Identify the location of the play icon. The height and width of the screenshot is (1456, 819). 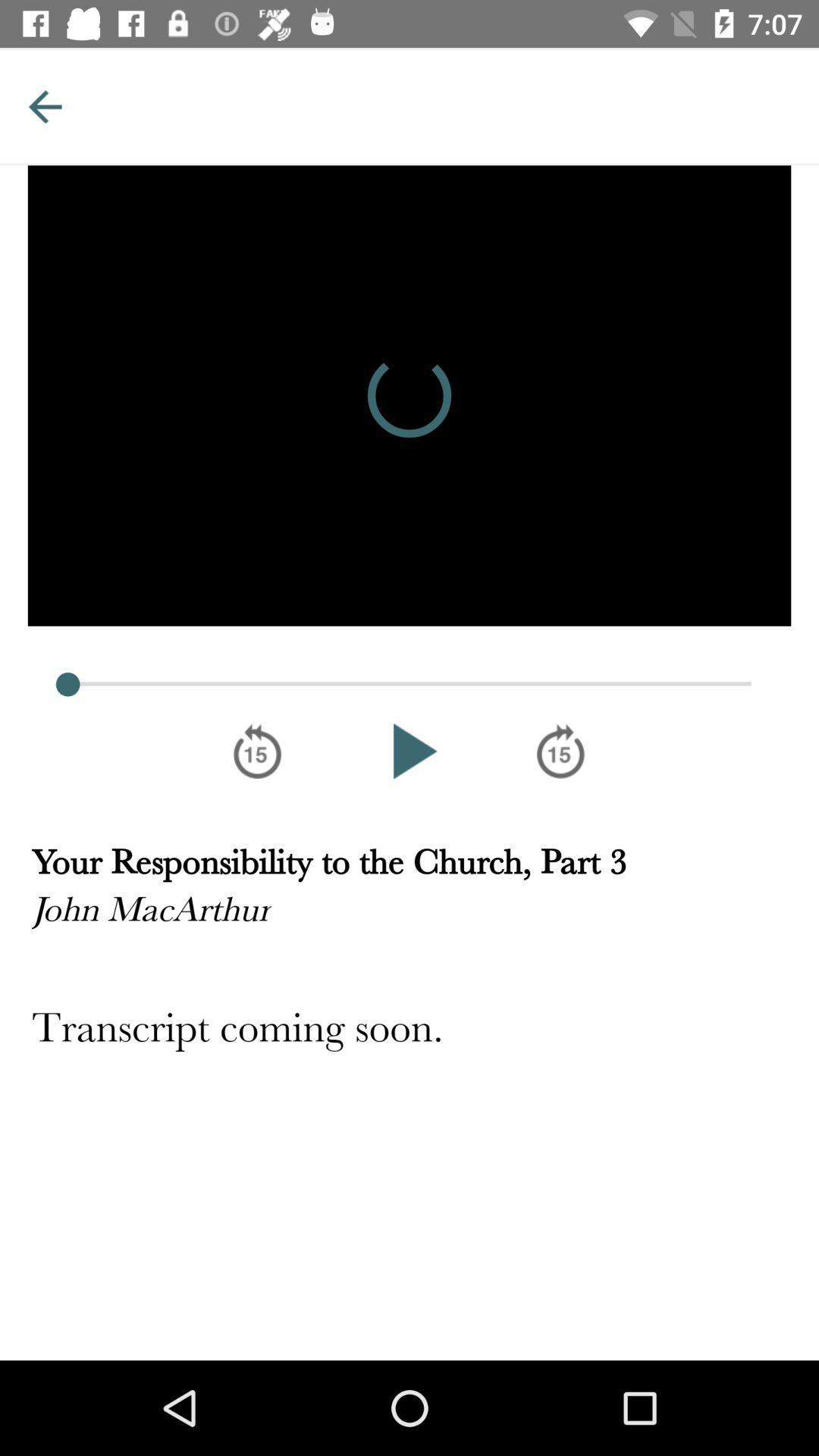
(409, 751).